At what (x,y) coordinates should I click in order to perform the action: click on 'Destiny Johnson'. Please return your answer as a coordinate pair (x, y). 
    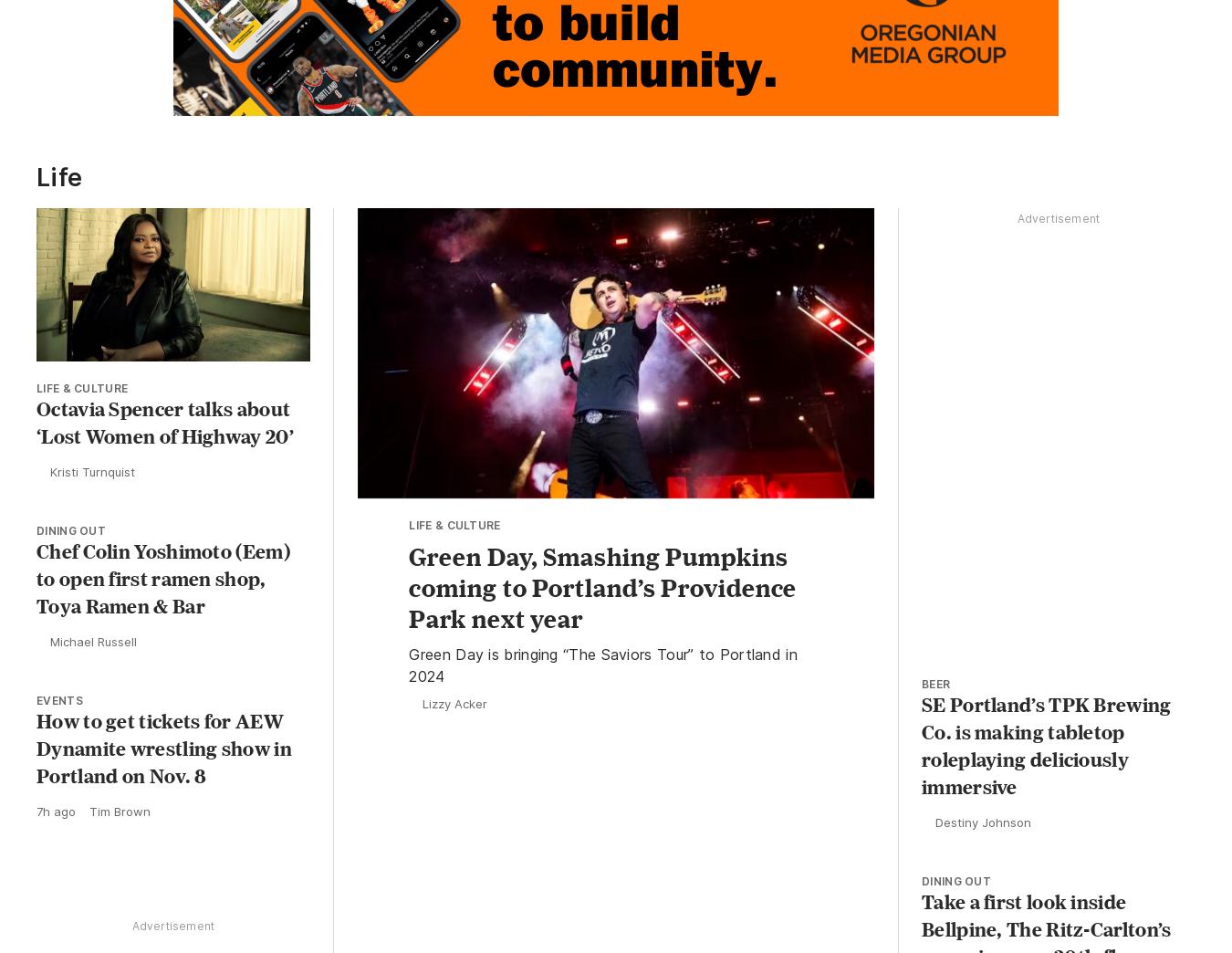
    Looking at the image, I should click on (983, 826).